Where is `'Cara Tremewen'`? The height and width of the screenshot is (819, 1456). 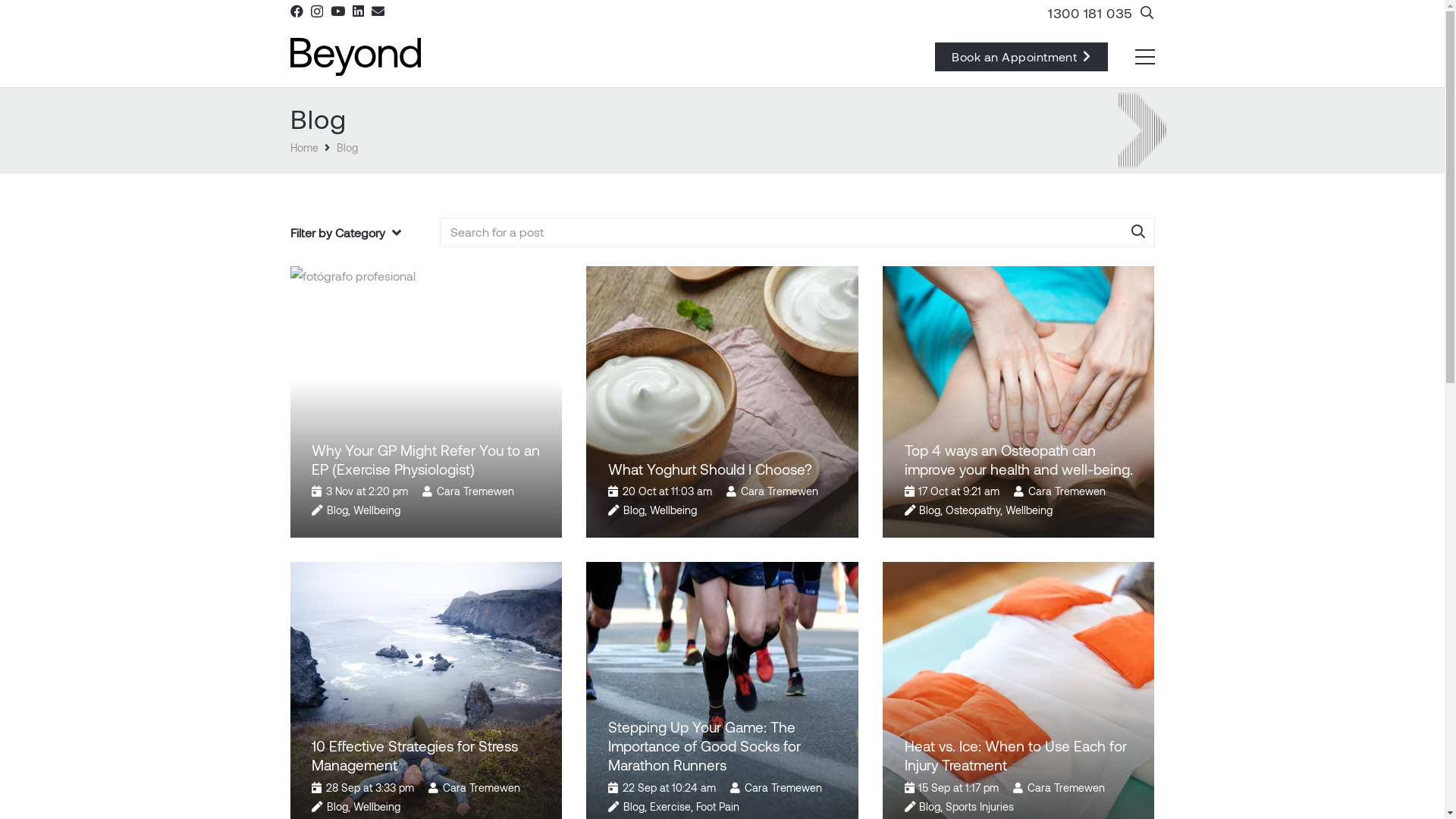 'Cara Tremewen' is located at coordinates (1065, 491).